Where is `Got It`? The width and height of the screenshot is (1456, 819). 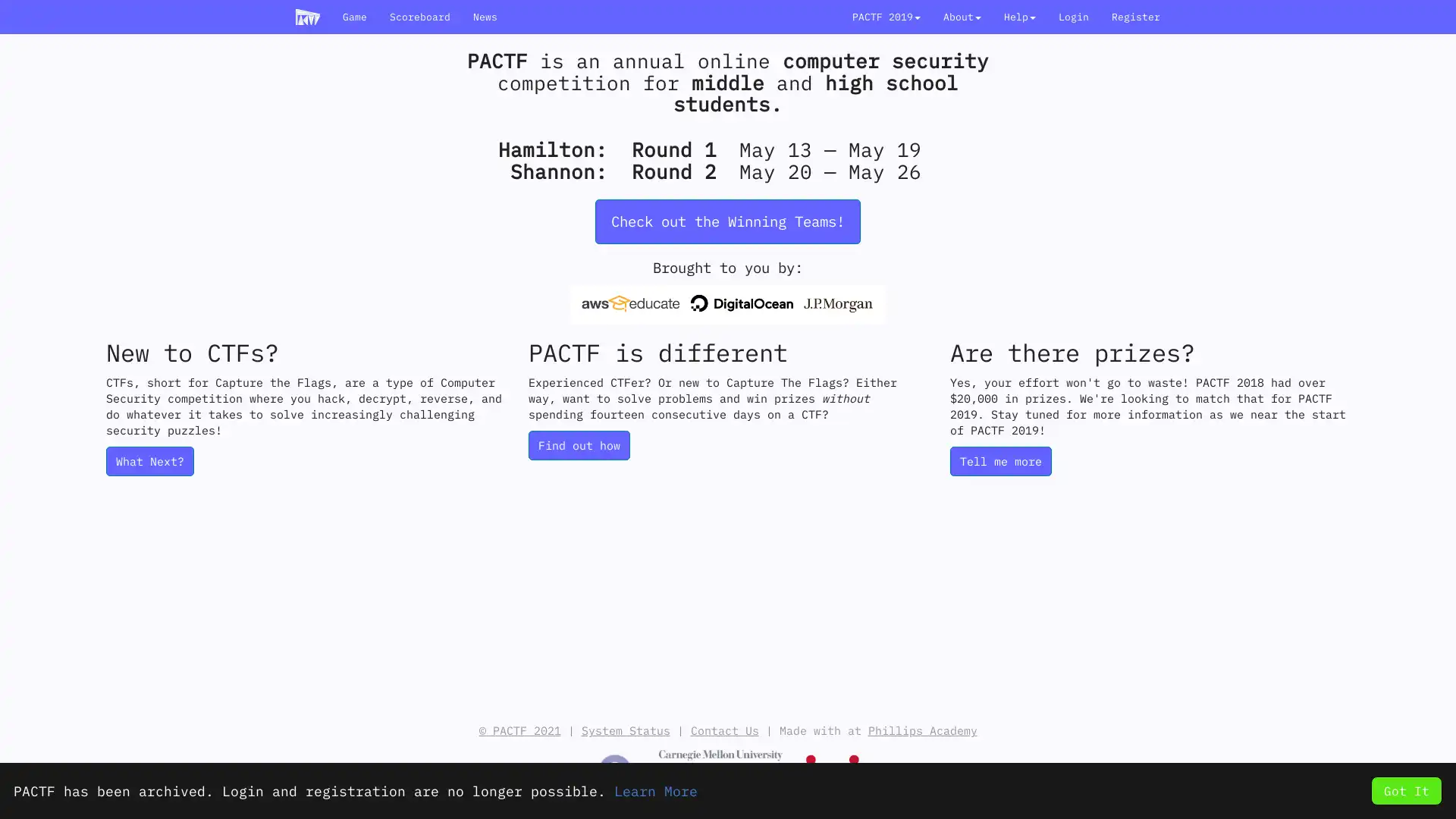
Got It is located at coordinates (1405, 789).